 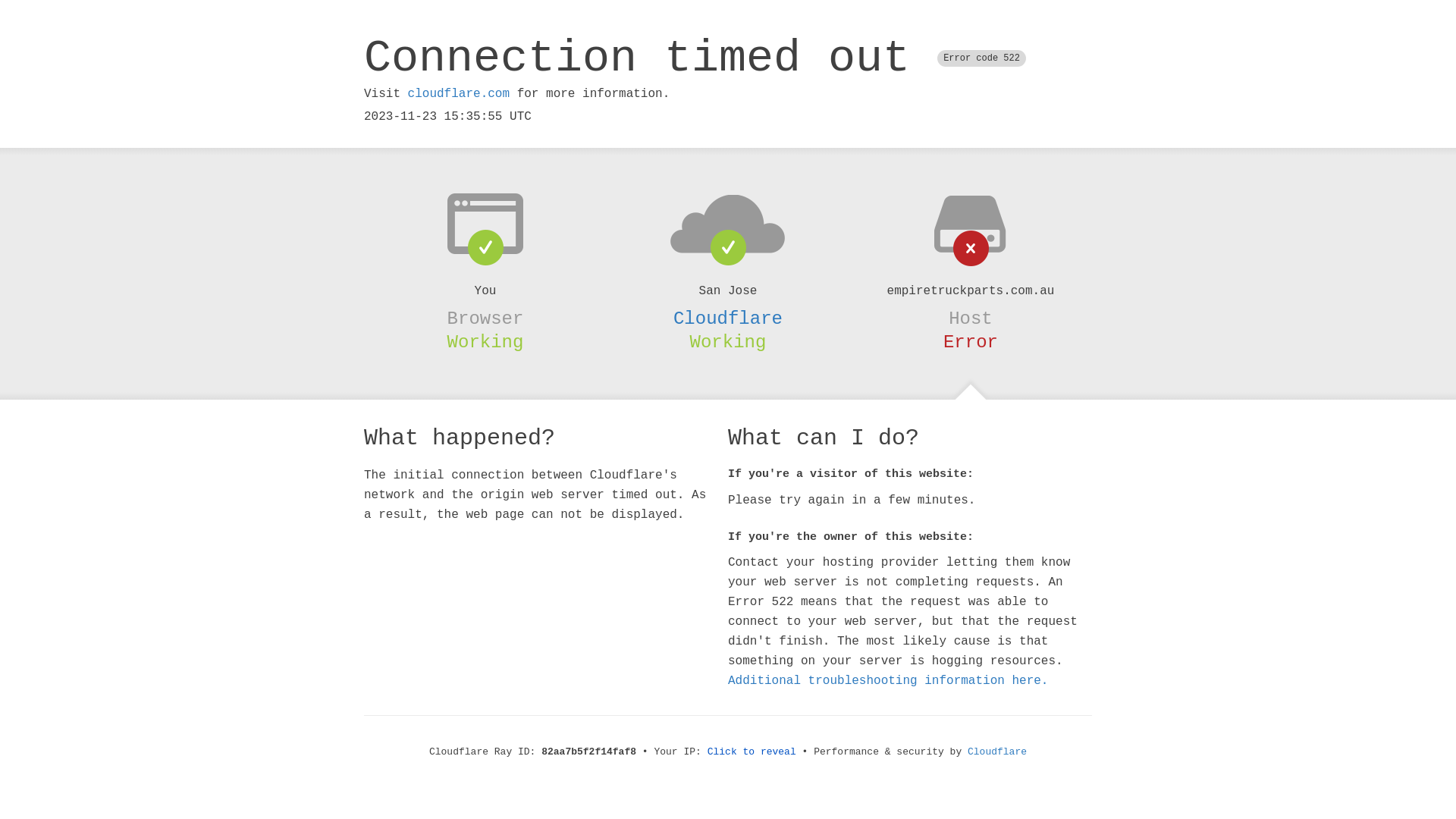 What do you see at coordinates (457, 93) in the screenshot?
I see `'cloudflare.com'` at bounding box center [457, 93].